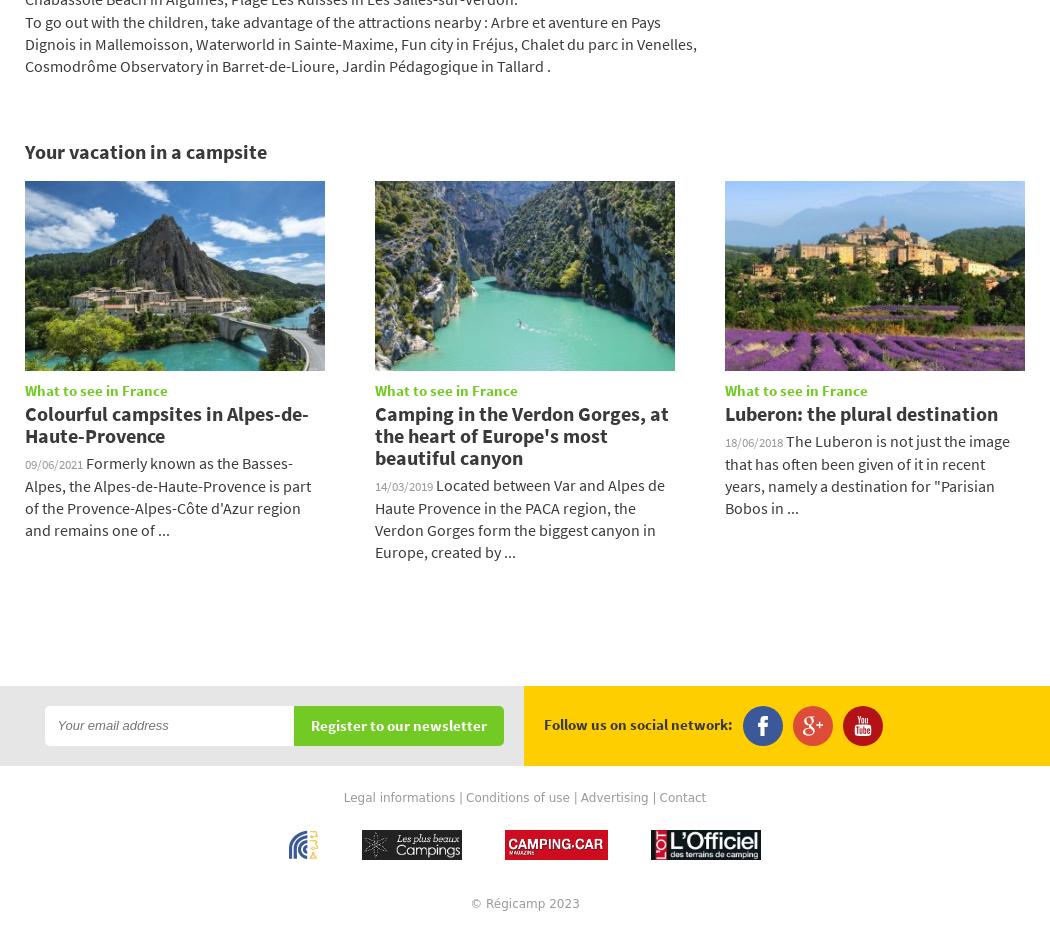  I want to click on '18/06/2018', so click(755, 441).